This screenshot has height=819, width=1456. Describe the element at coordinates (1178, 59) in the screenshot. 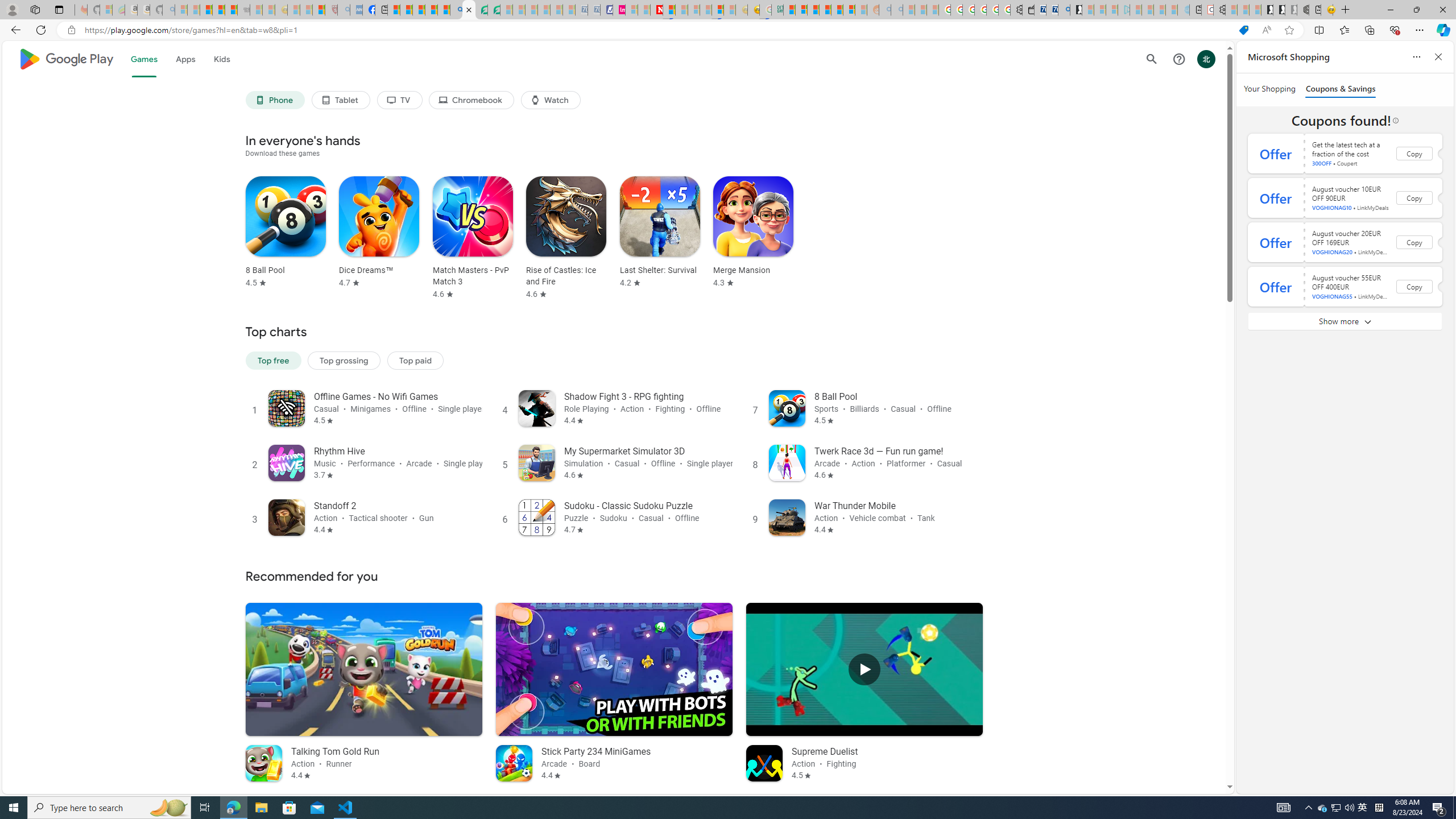

I see `'Help Center'` at that location.